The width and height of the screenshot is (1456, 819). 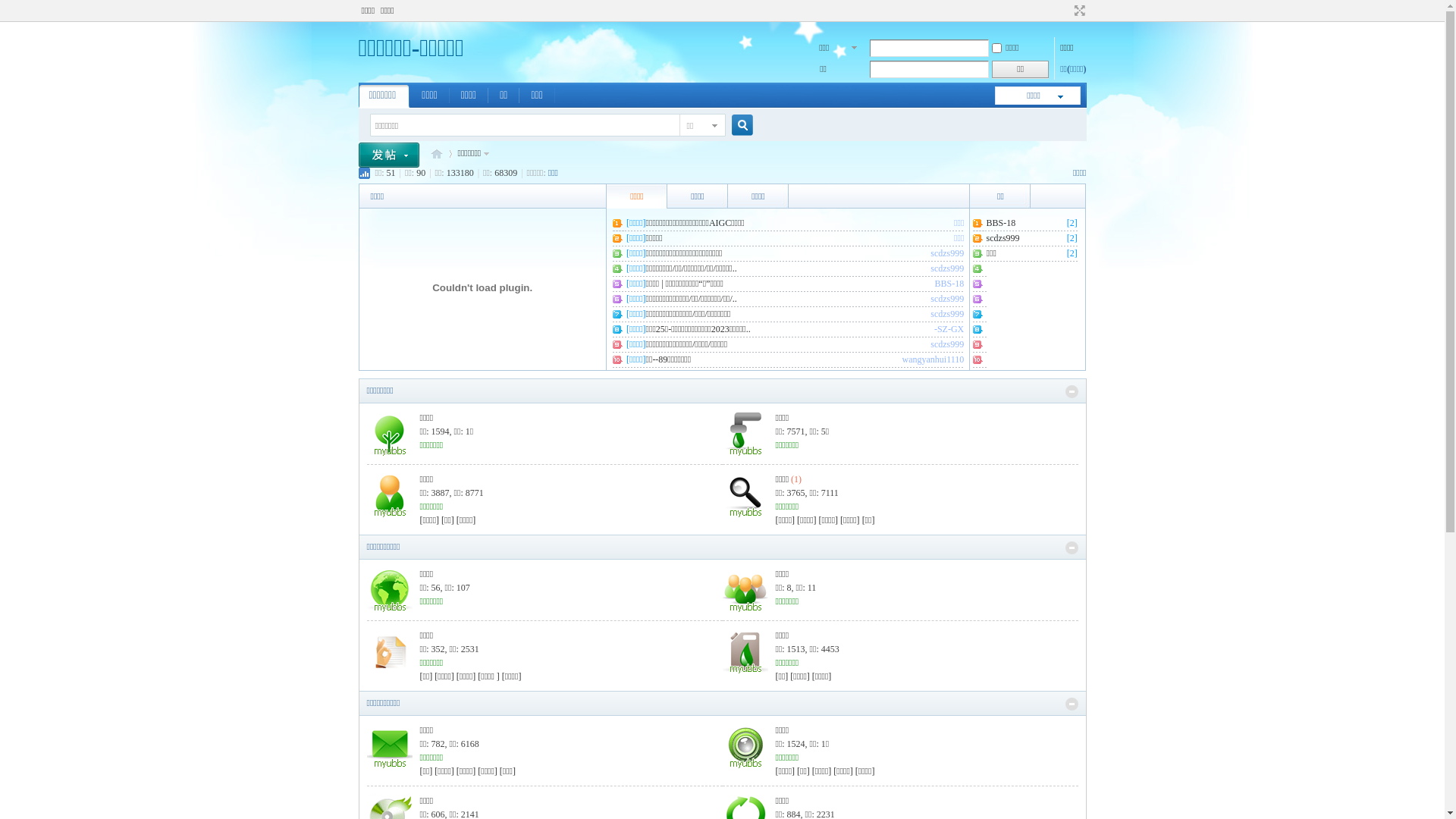 I want to click on 'BBS-18', so click(x=986, y=222).